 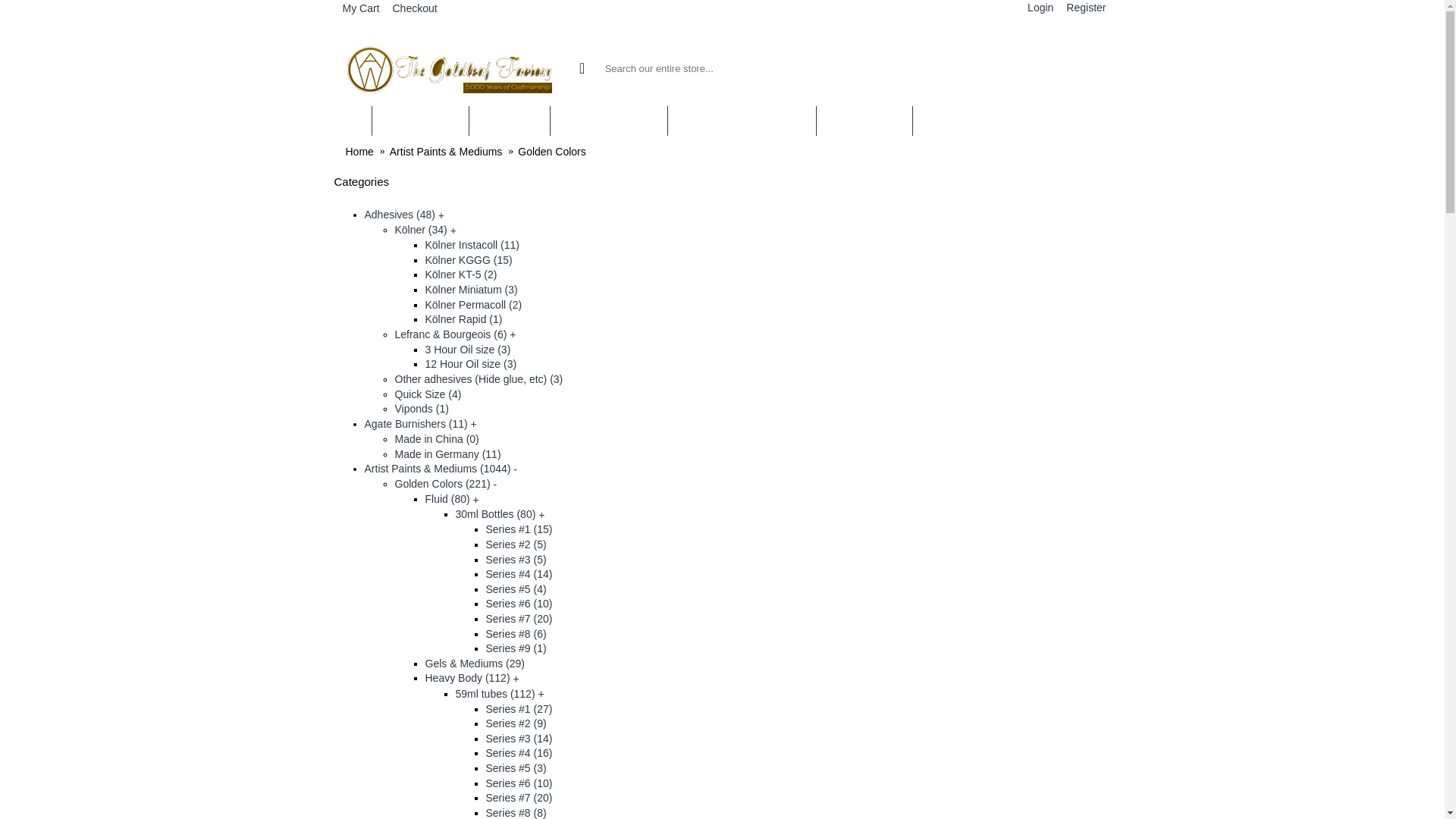 What do you see at coordinates (403, 214) in the screenshot?
I see `'Adhesives (48) +'` at bounding box center [403, 214].